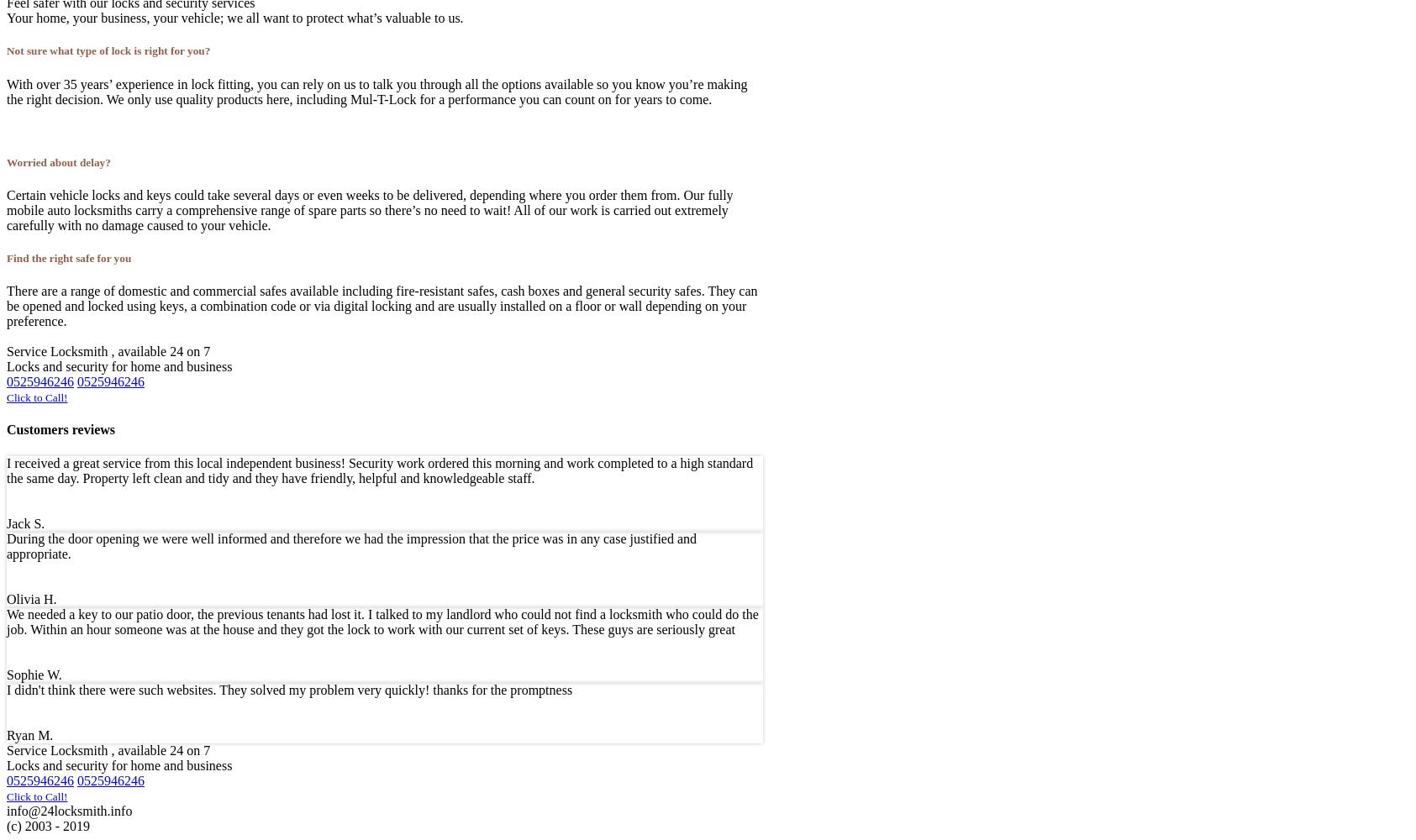  What do you see at coordinates (5, 733) in the screenshot?
I see `'Ryan M.'` at bounding box center [5, 733].